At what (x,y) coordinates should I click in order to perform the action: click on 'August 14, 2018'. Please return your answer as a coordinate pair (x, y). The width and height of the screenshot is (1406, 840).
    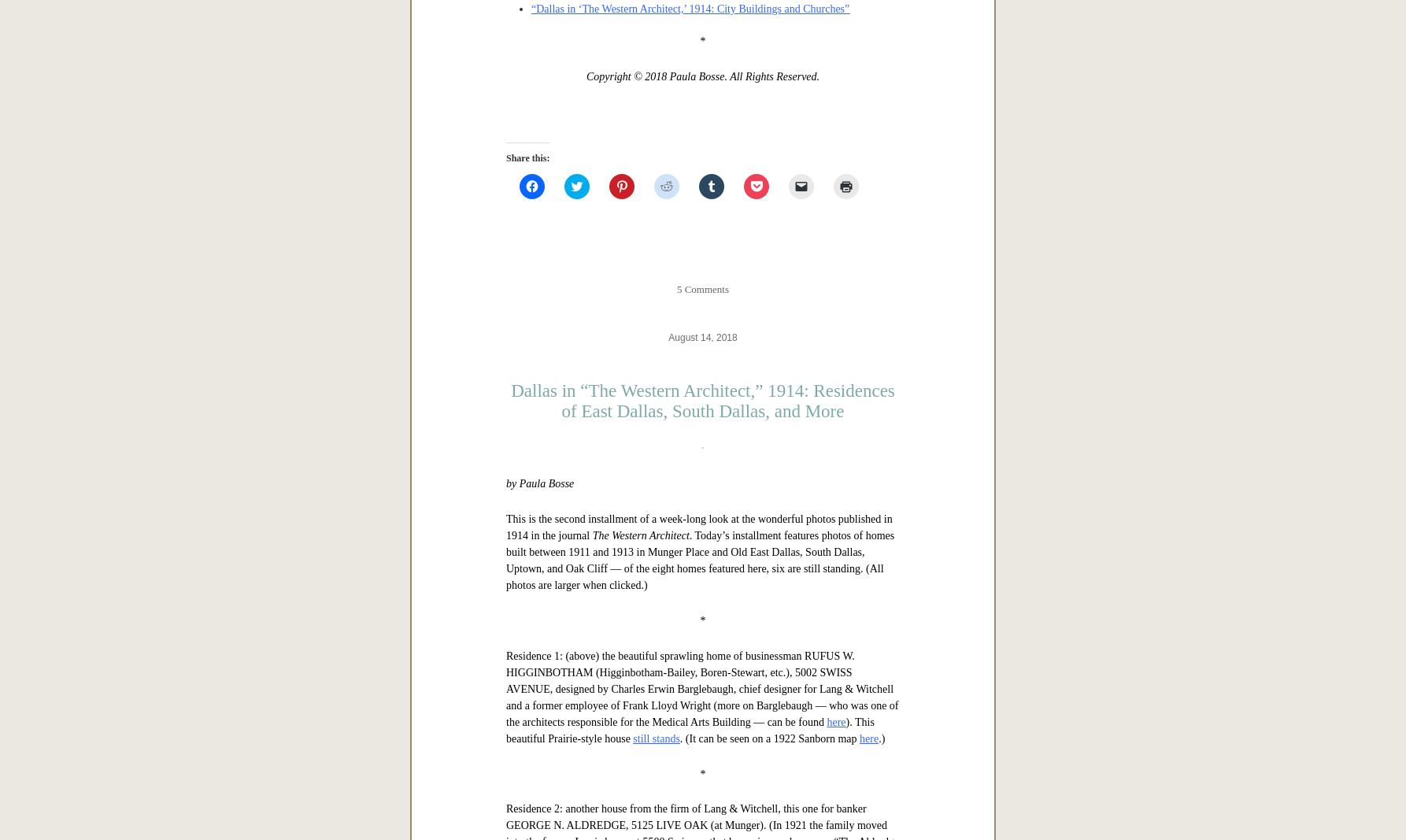
    Looking at the image, I should click on (701, 831).